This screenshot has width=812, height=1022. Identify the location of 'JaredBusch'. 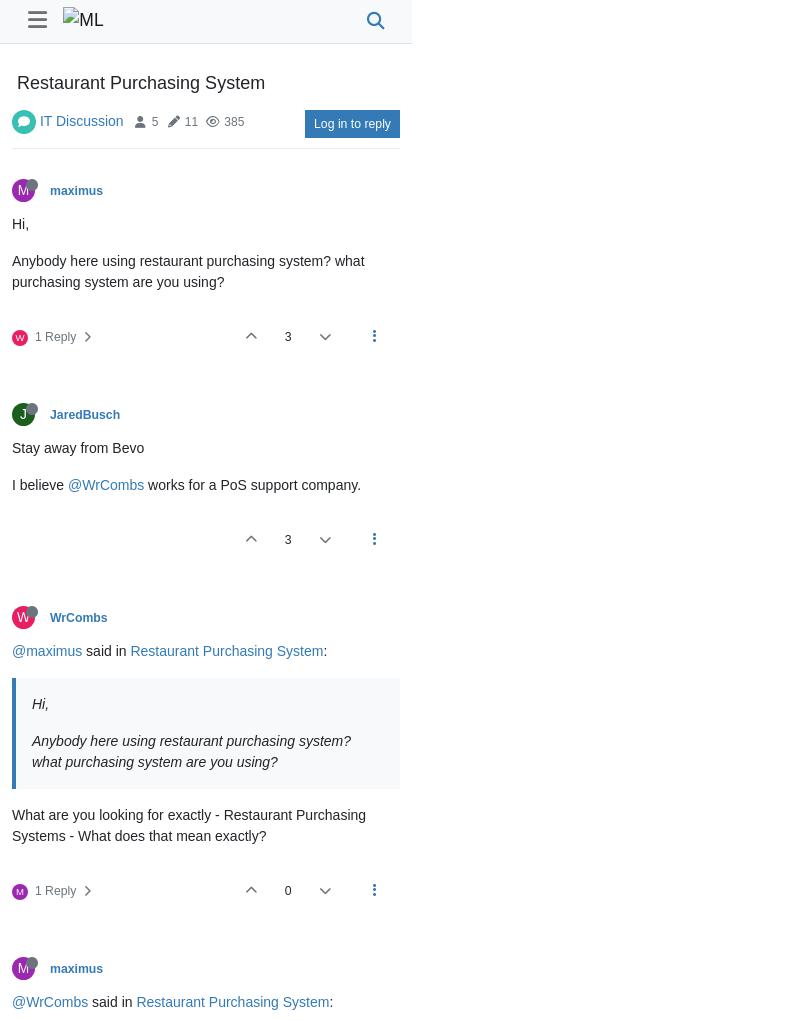
(85, 415).